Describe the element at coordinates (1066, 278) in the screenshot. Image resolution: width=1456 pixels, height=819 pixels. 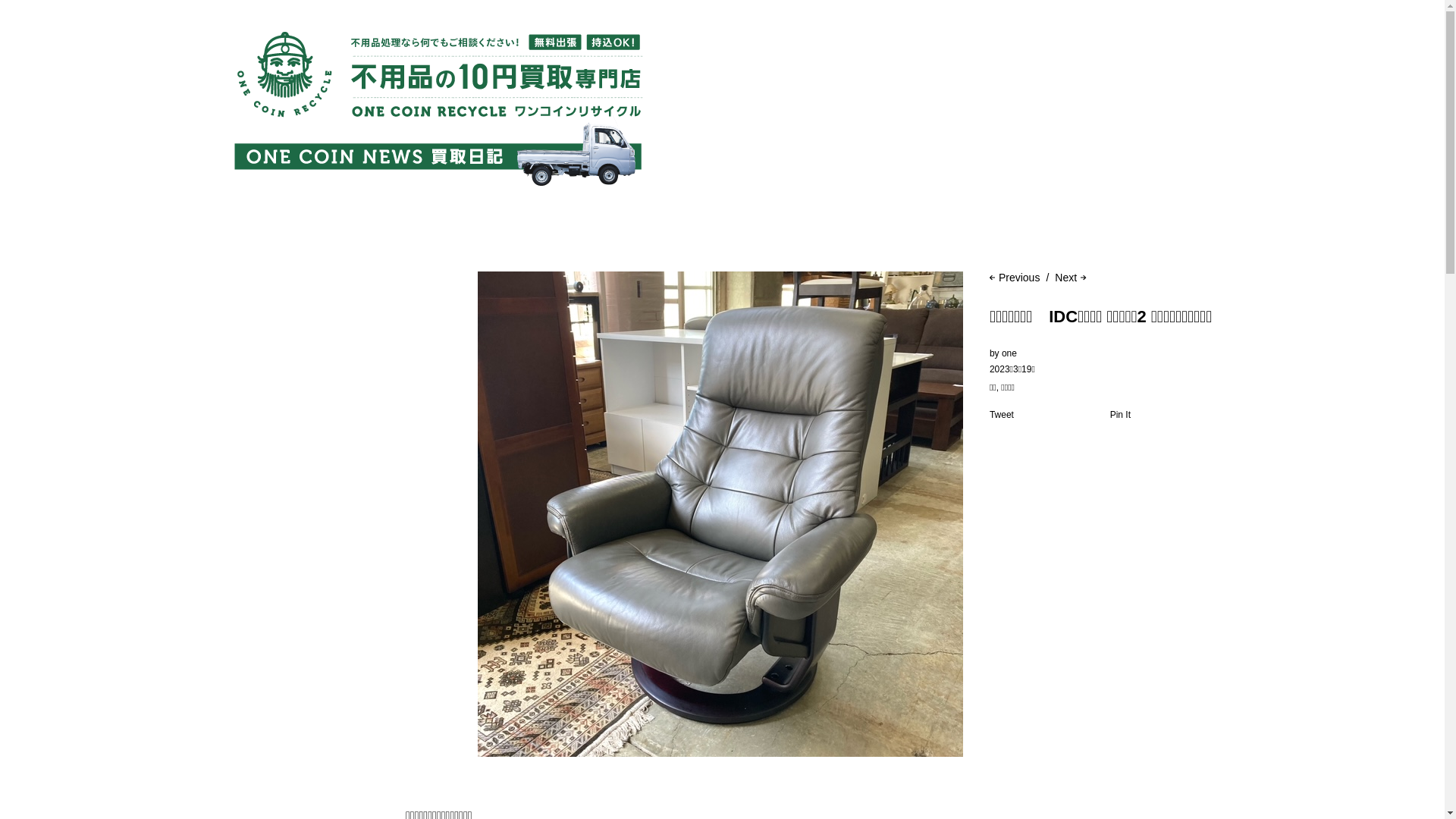
I see `'Next'` at that location.